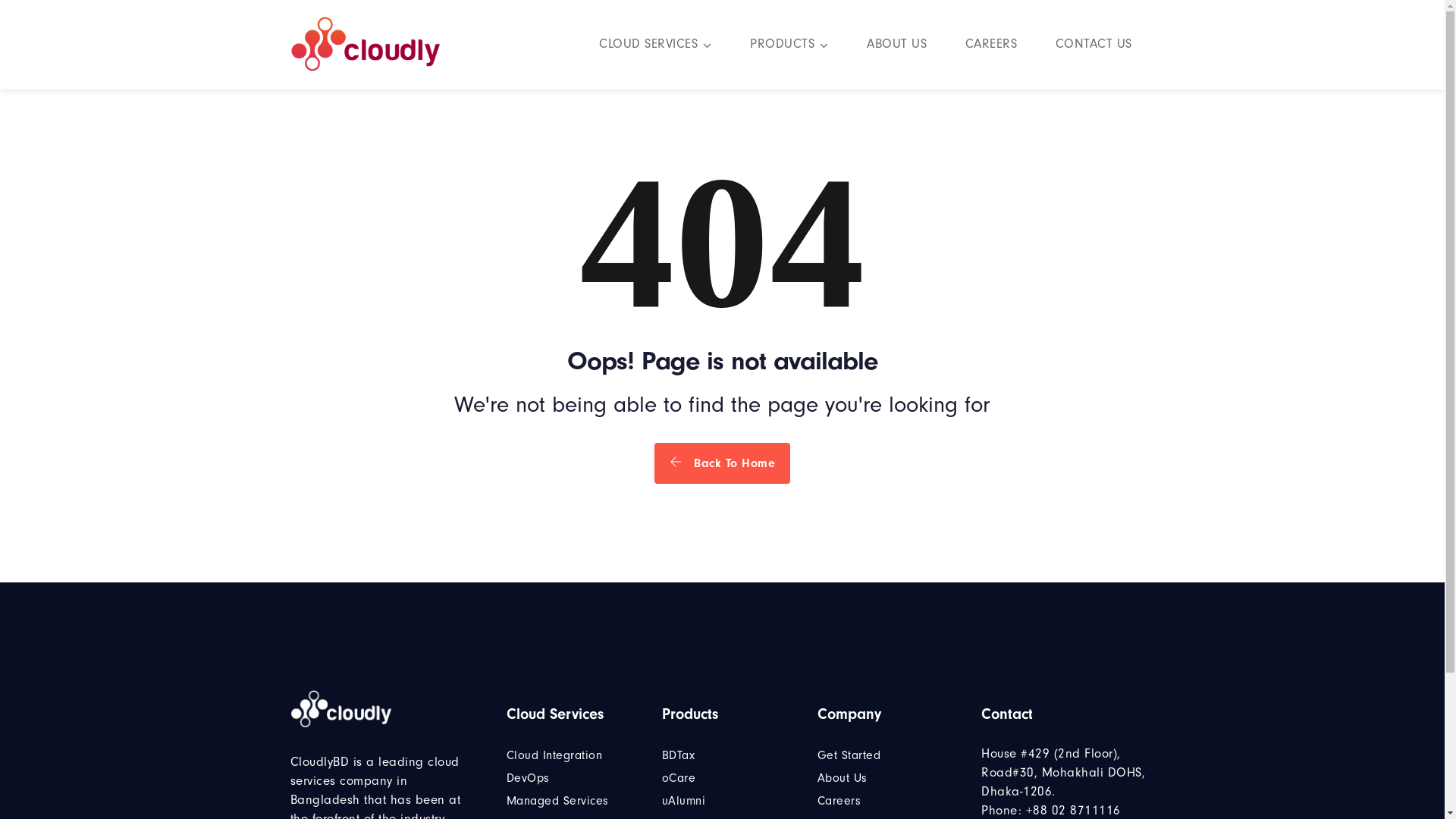 The image size is (1456, 819). Describe the element at coordinates (990, 45) in the screenshot. I see `'CAREERS'` at that location.